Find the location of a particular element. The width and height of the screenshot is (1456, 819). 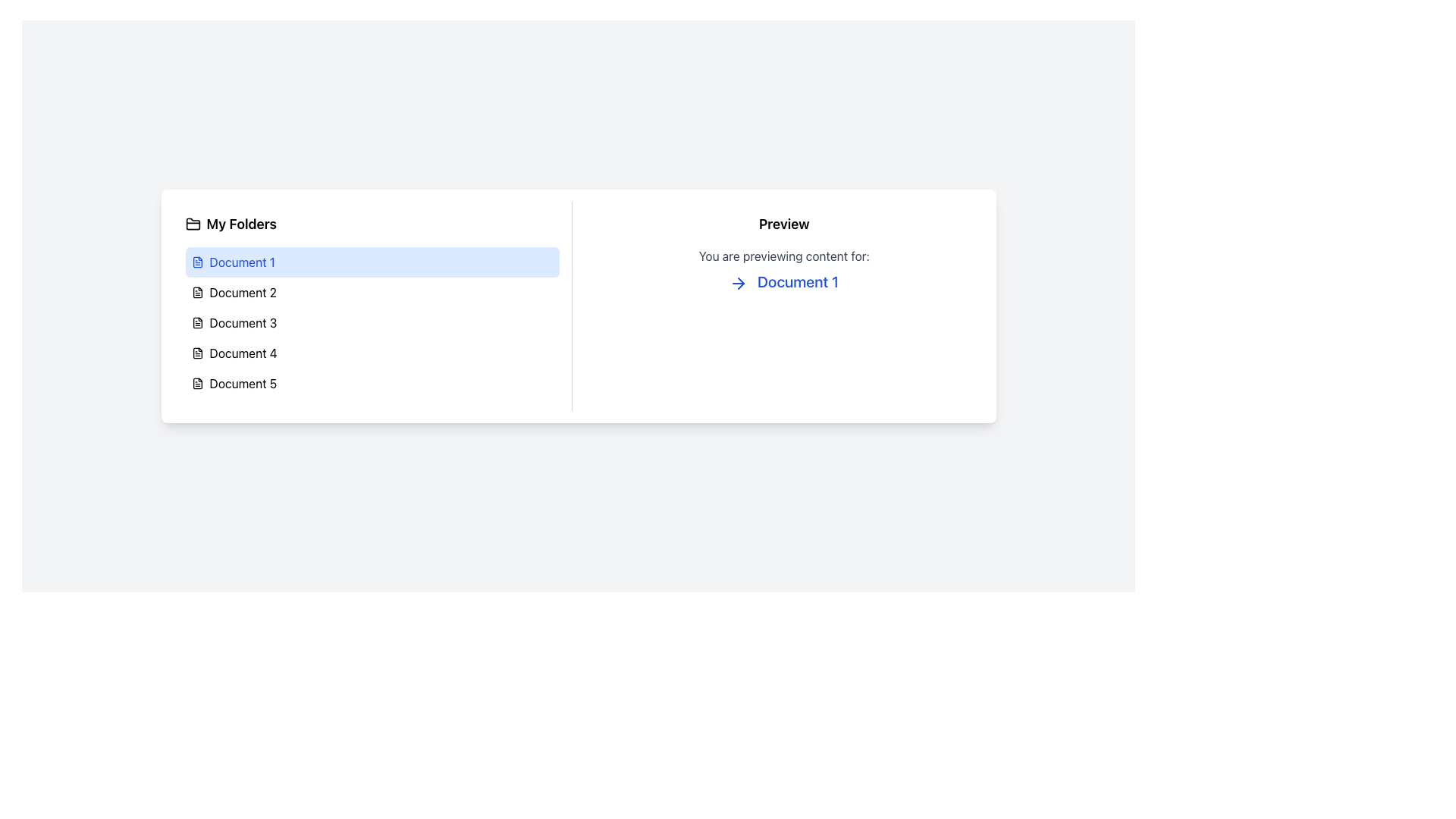

the Decorative Icon that indicates the associated list item represents a document or file, located before the 'Document 1' text label in the 'My Folders' list is located at coordinates (196, 262).